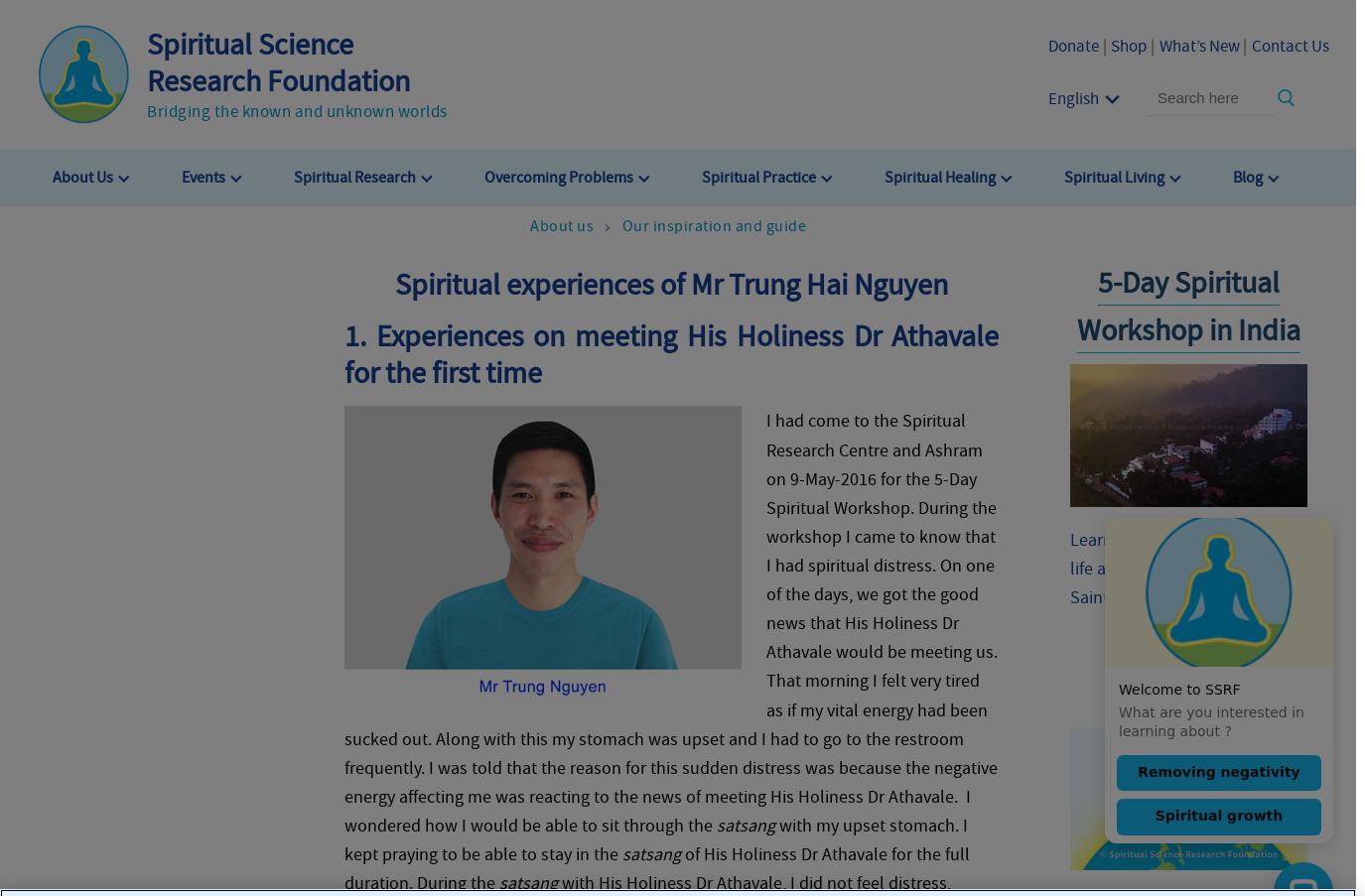  Describe the element at coordinates (1187, 667) in the screenshot. I see `'Worldwide Spiritual Tour'` at that location.